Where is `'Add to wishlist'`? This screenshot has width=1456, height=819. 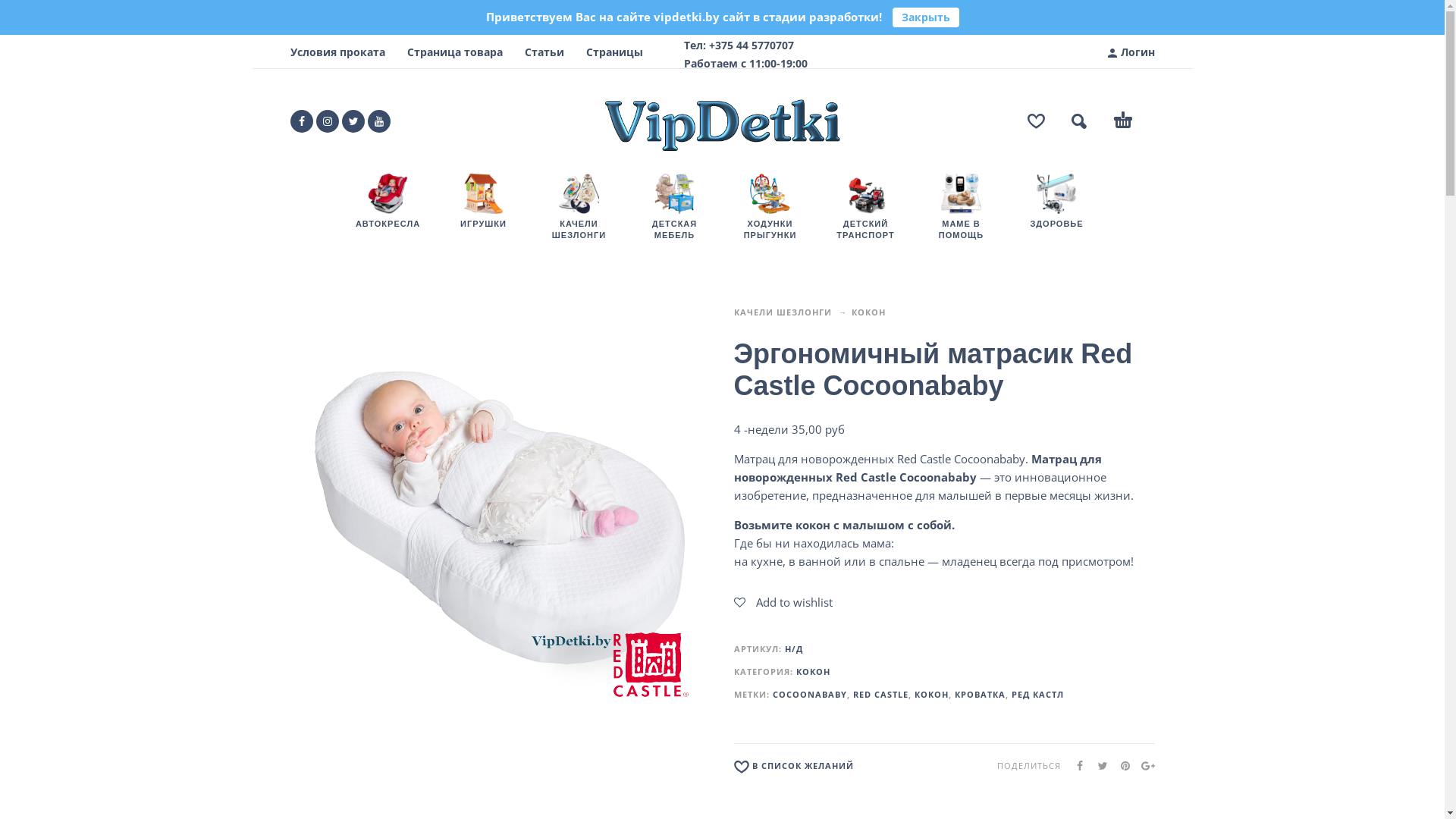 'Add to wishlist' is located at coordinates (783, 601).